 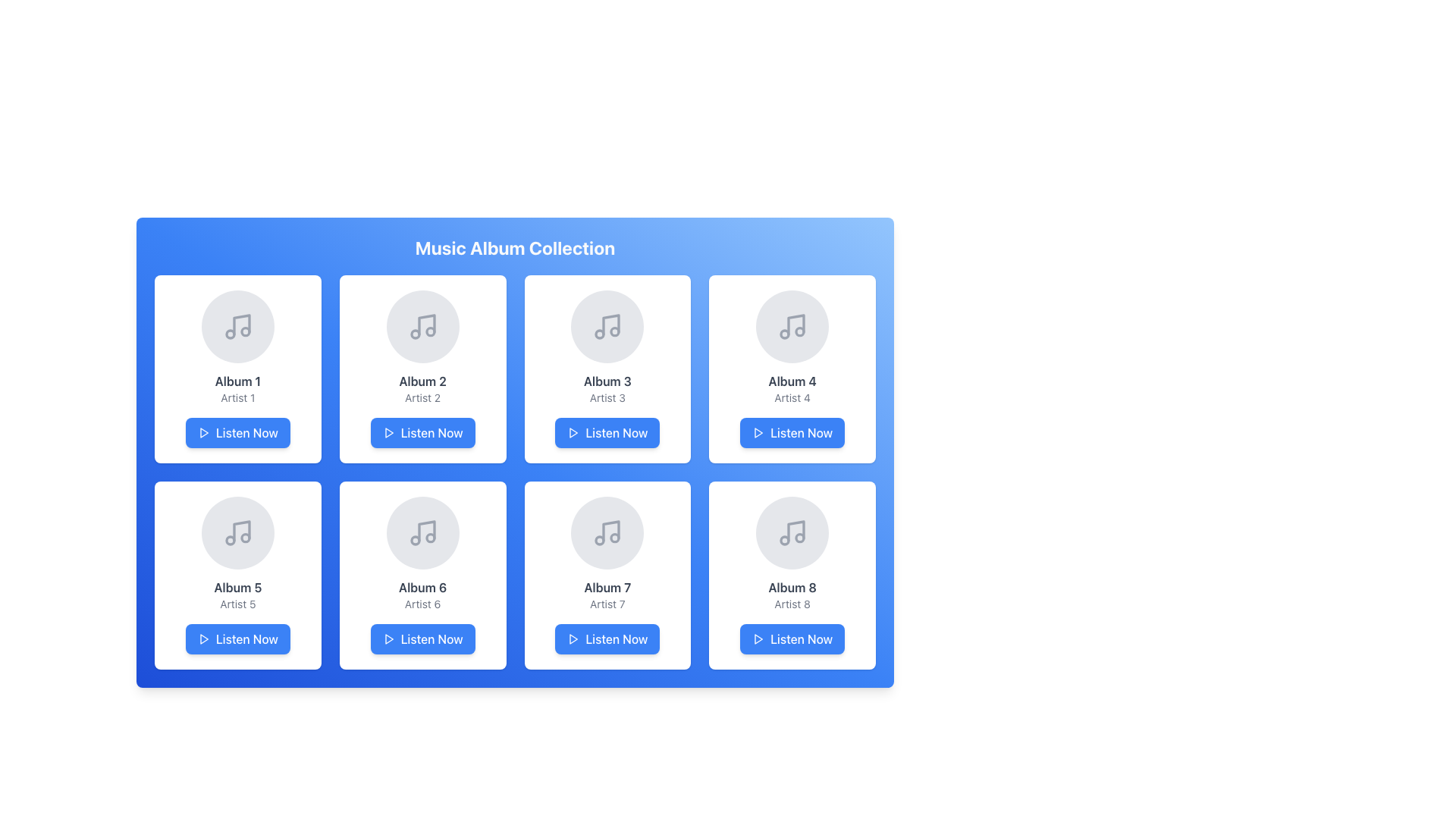 What do you see at coordinates (240, 324) in the screenshot?
I see `music icon represented by a vertical line segment connected to a small circle base in the Album 1 entry located at the top-left corner of the grid layout` at bounding box center [240, 324].